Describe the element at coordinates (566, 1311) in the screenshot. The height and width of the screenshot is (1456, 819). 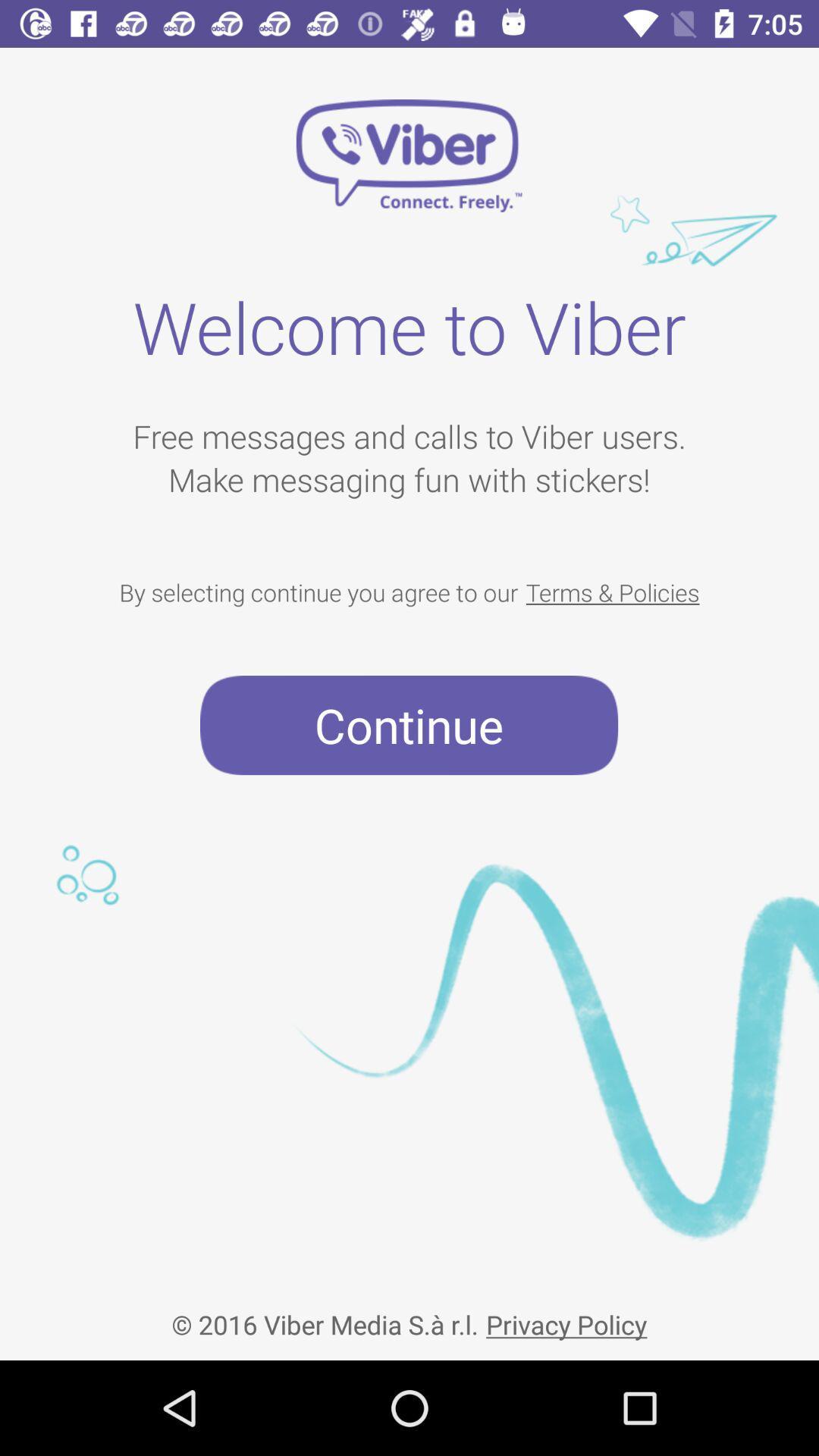
I see `the privacy policy icon` at that location.